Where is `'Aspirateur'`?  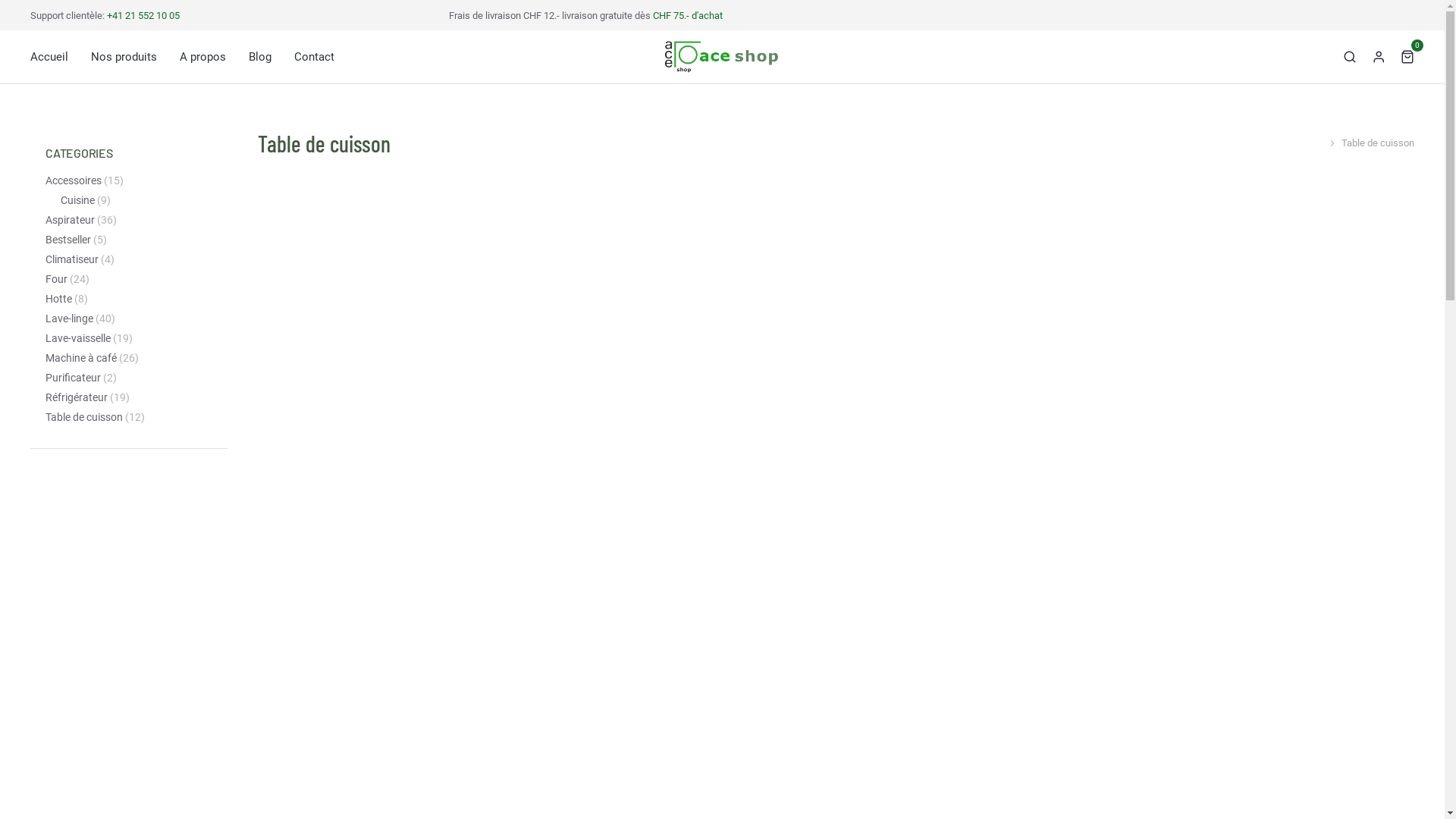
'Aspirateur' is located at coordinates (69, 220).